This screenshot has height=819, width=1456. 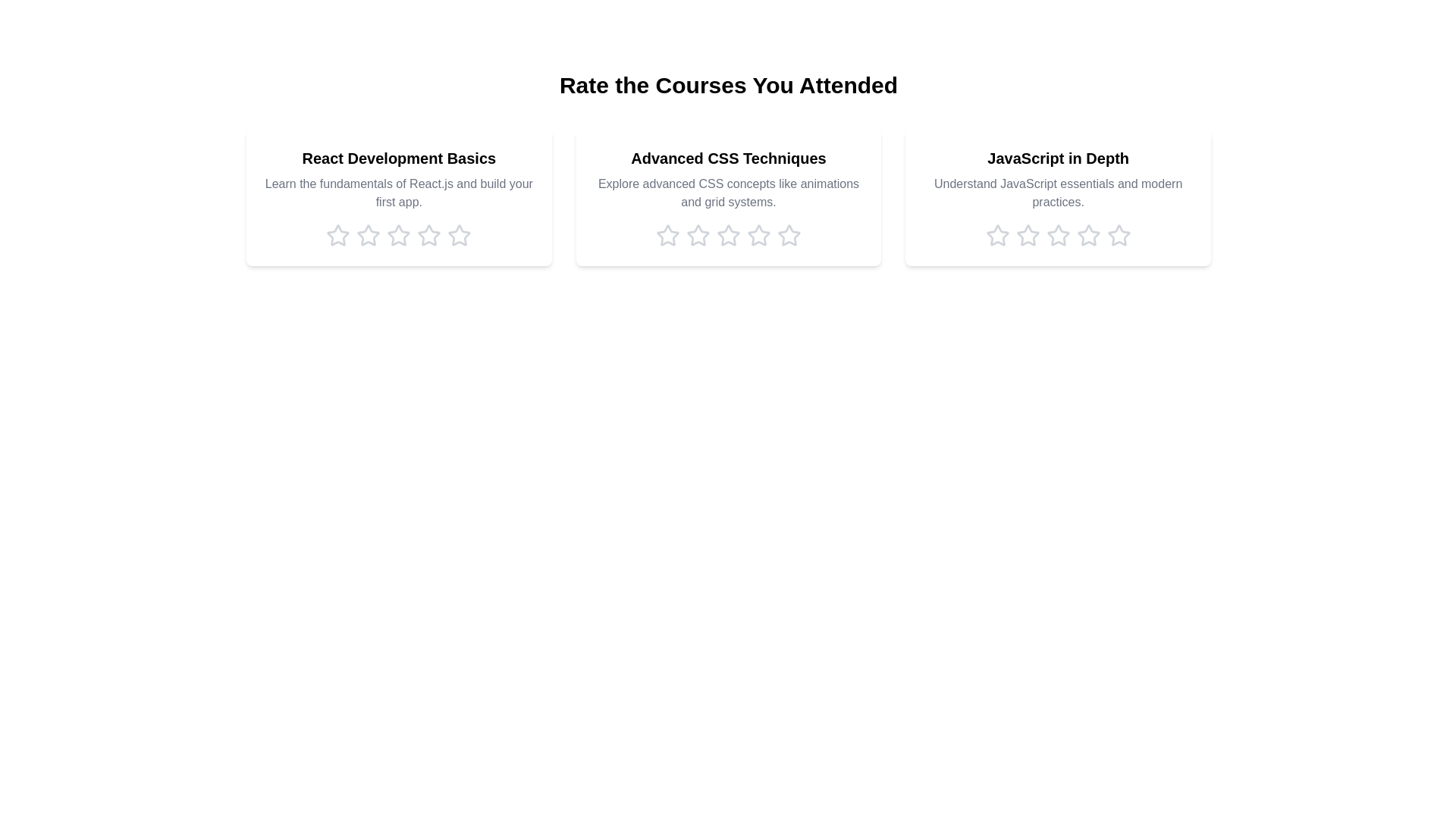 What do you see at coordinates (428, 236) in the screenshot?
I see `the rating for the course 'React Development Basics' to 4 stars` at bounding box center [428, 236].